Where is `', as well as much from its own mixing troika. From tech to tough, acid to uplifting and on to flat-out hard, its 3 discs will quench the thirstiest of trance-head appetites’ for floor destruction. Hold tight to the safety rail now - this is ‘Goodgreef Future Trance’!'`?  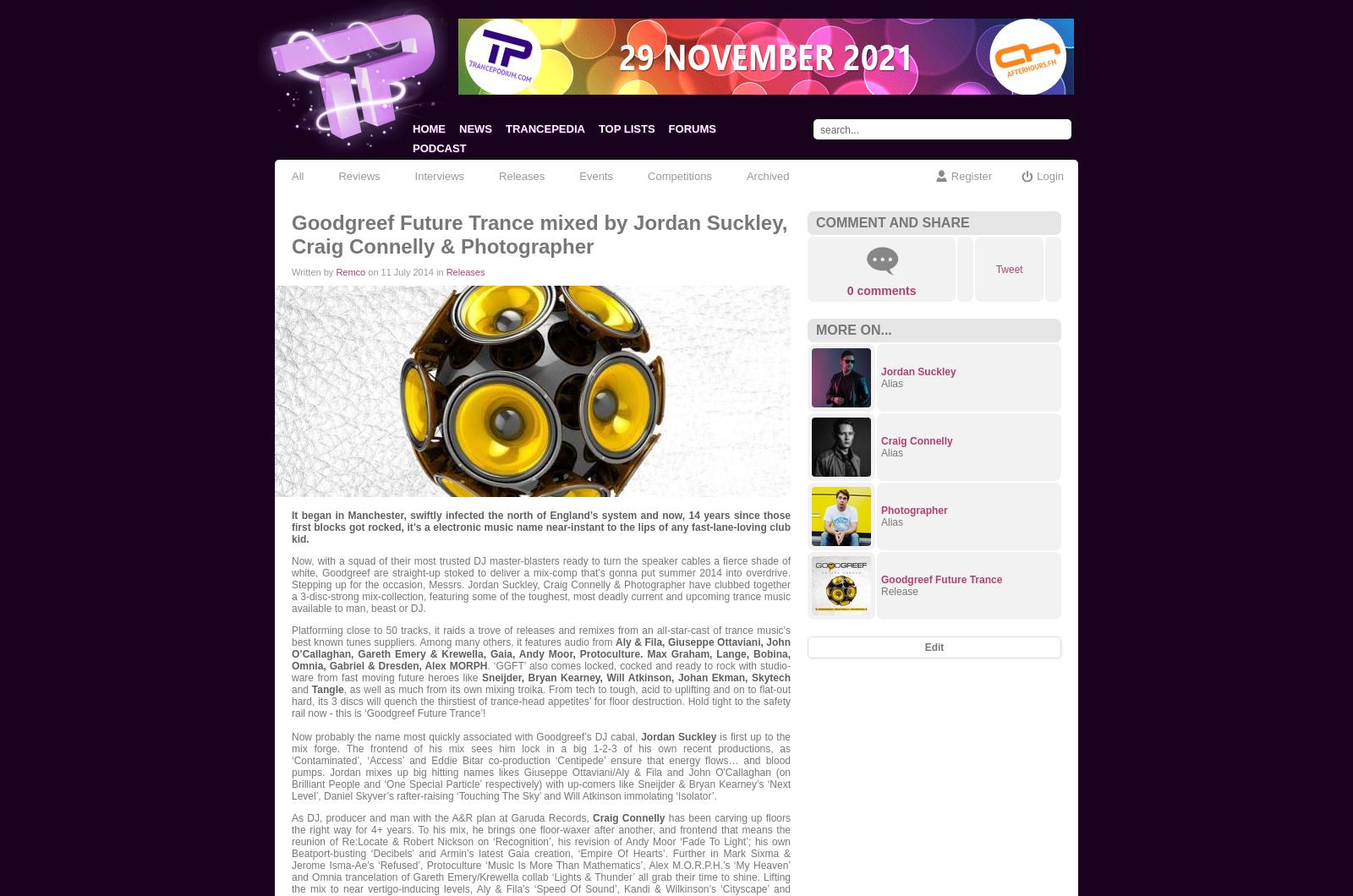
', as well as much from its own mixing troika. From tech to tough, acid to uplifting and on to flat-out hard, its 3 discs will quench the thirstiest of trance-head appetites’ for floor destruction. Hold tight to the safety rail now - this is ‘Goodgreef Future Trance’!' is located at coordinates (541, 701).